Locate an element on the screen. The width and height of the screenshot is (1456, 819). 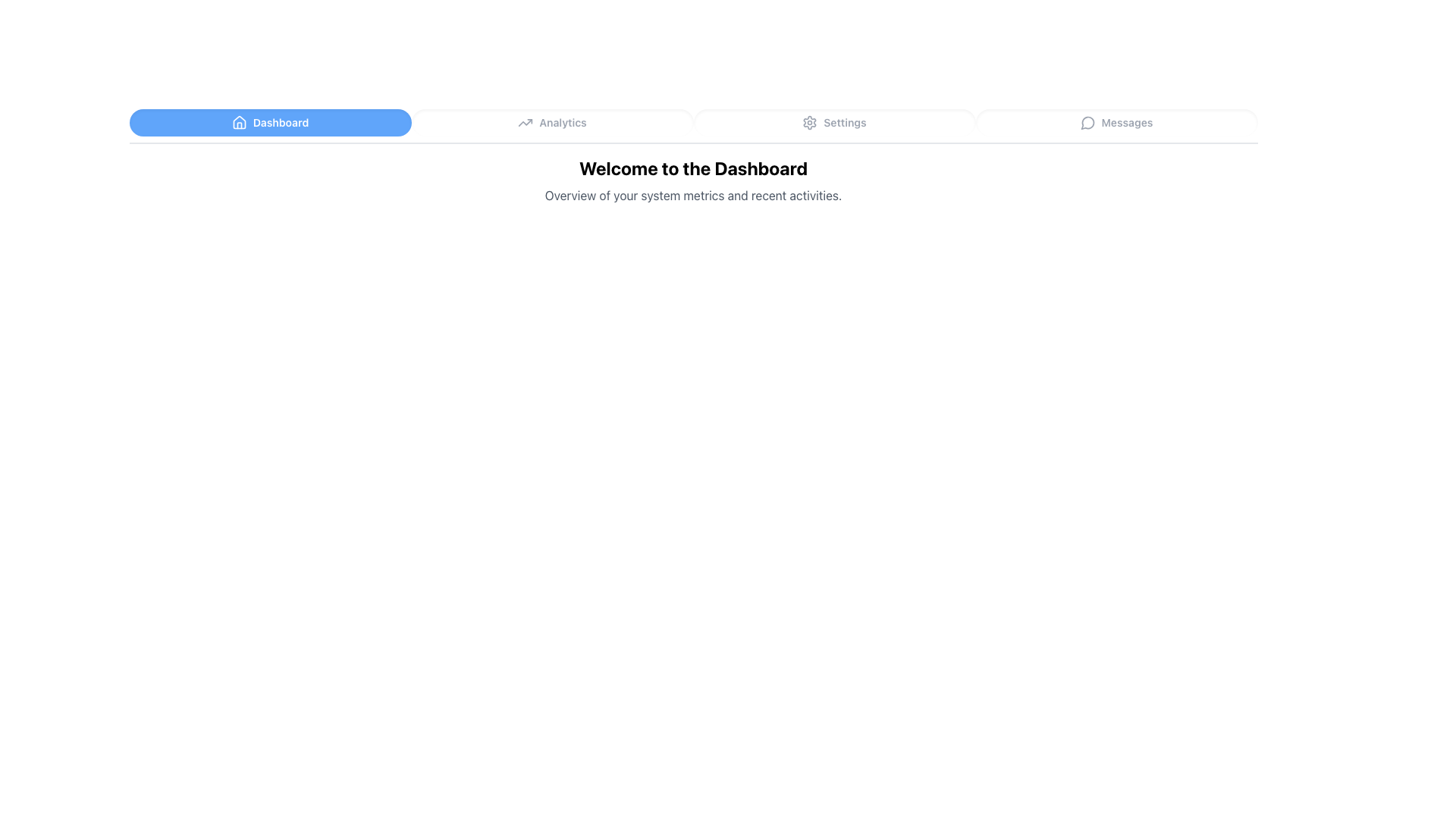
the 'Messages' icon located in the top navigation bar is located at coordinates (1087, 122).